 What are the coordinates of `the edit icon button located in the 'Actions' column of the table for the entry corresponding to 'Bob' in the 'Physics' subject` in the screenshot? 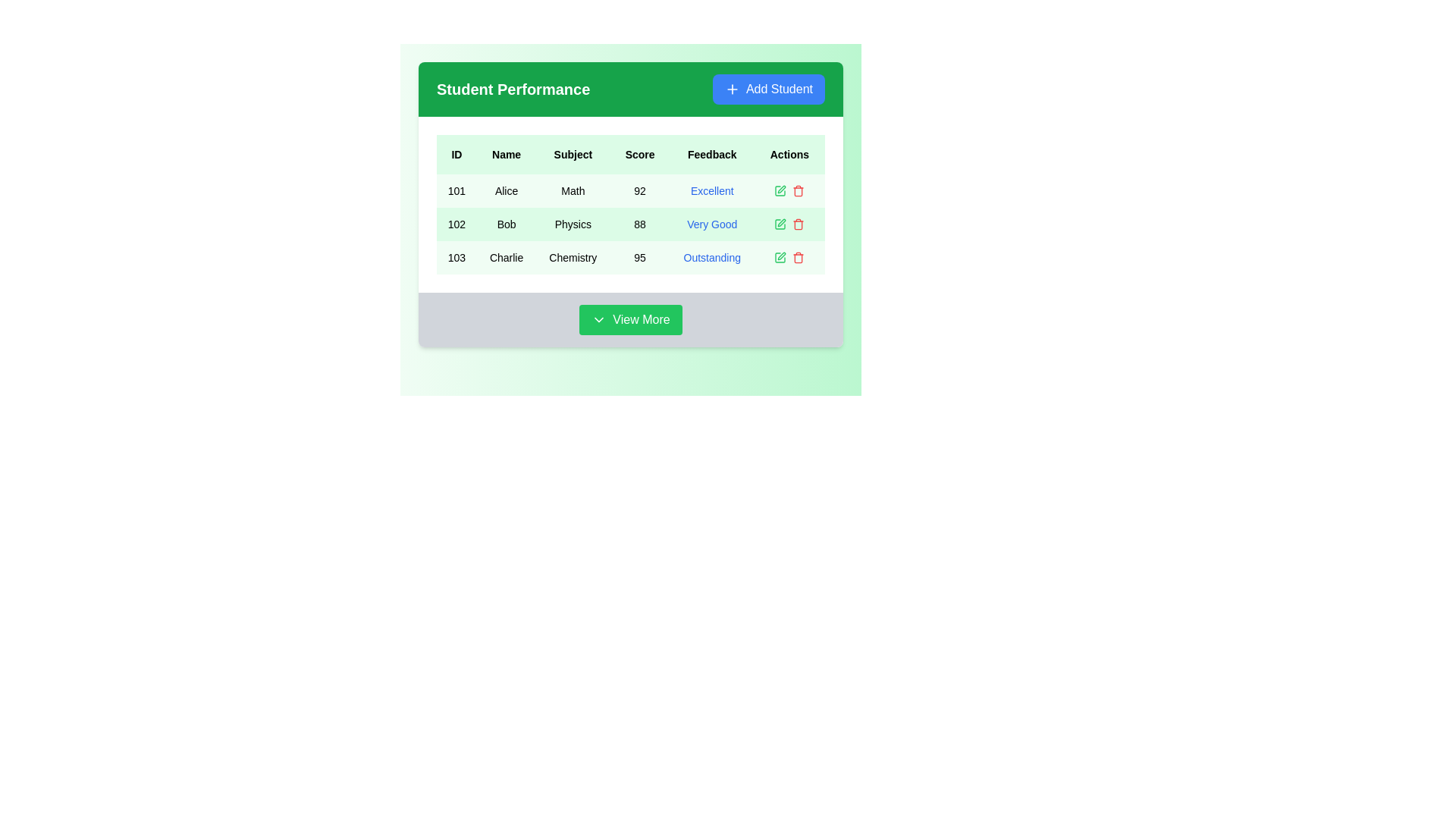 It's located at (780, 190).